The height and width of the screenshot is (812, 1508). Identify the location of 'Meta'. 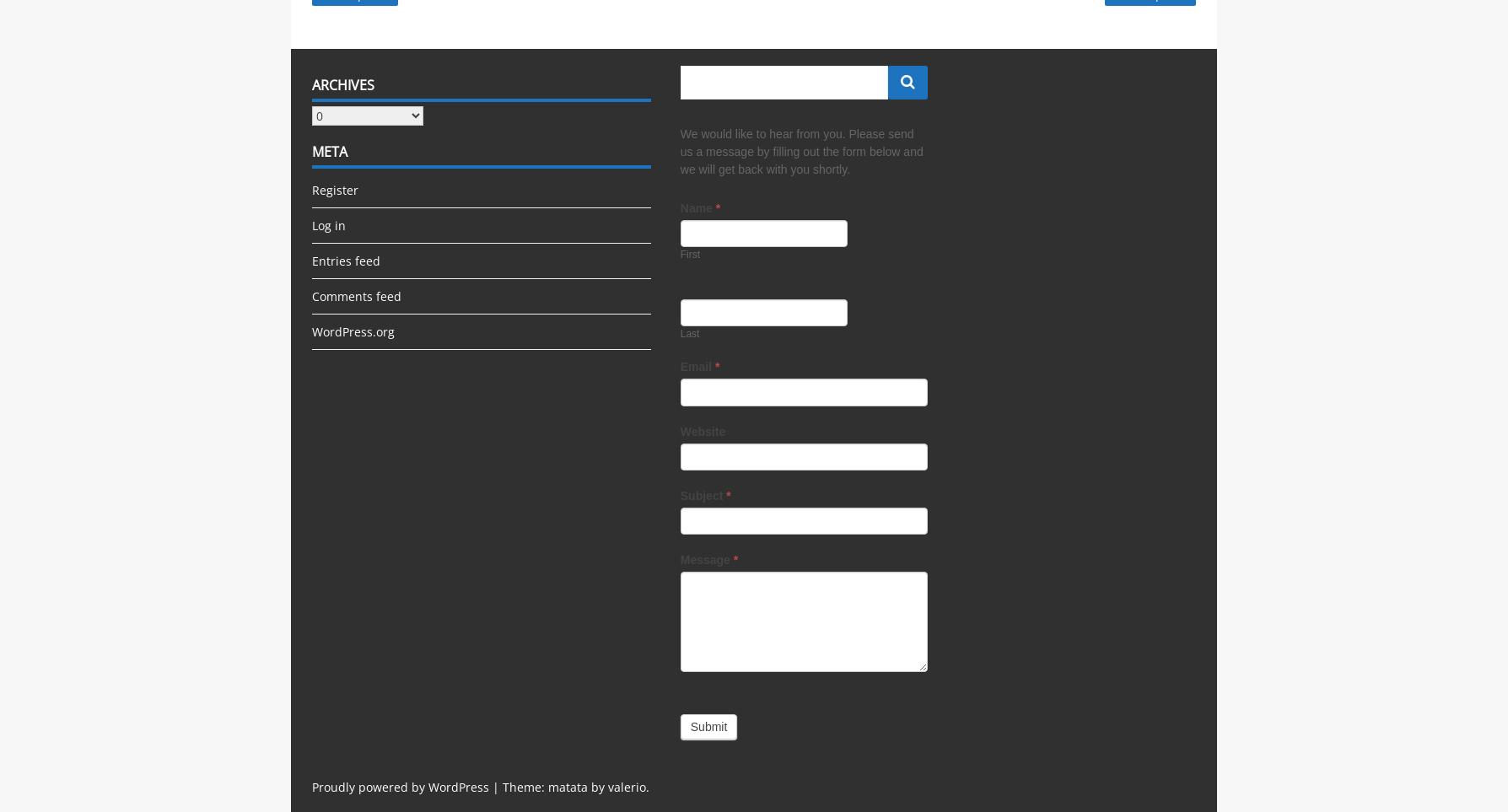
(329, 150).